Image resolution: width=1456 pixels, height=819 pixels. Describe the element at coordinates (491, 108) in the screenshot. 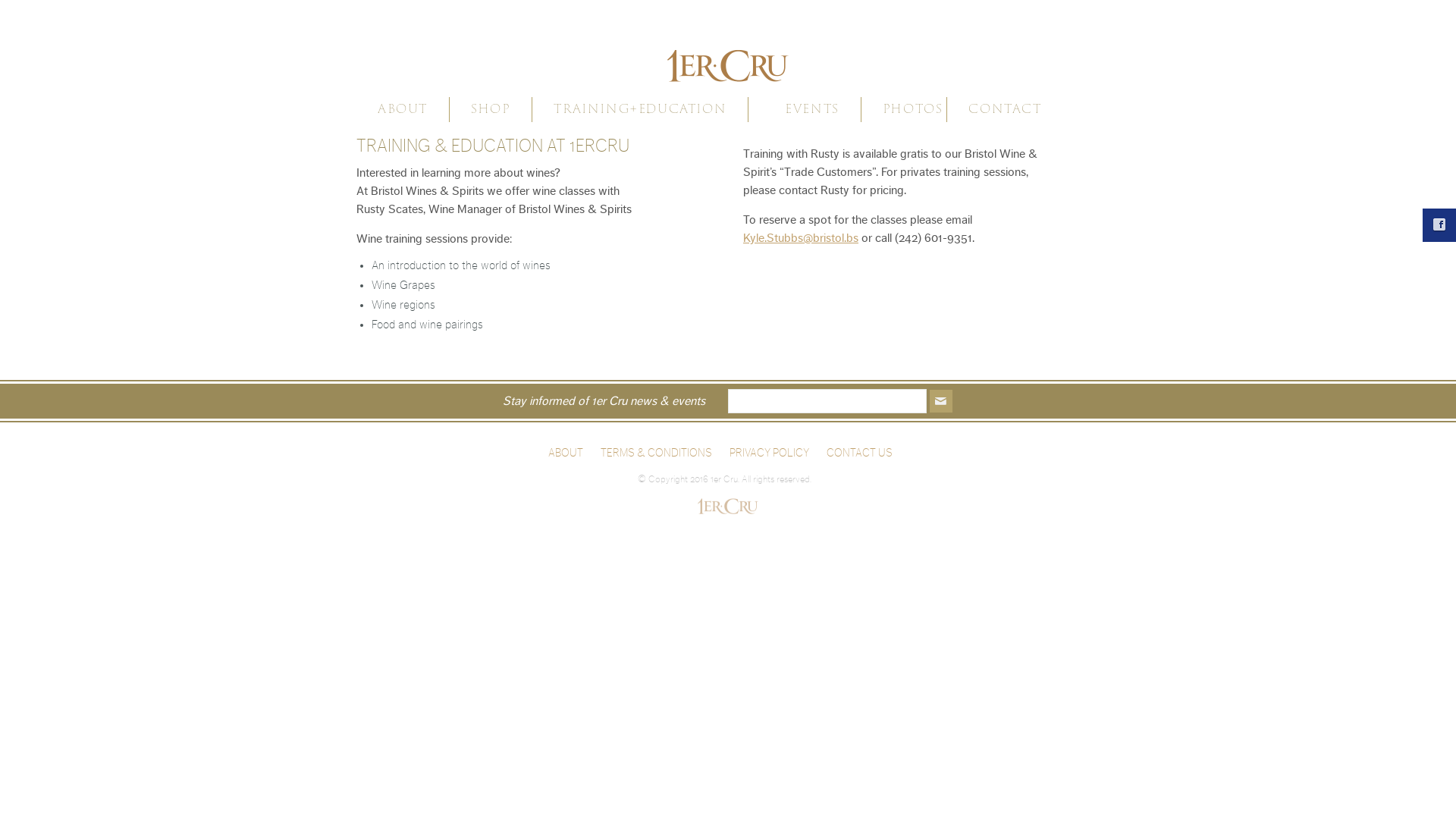

I see `'SHOP'` at that location.